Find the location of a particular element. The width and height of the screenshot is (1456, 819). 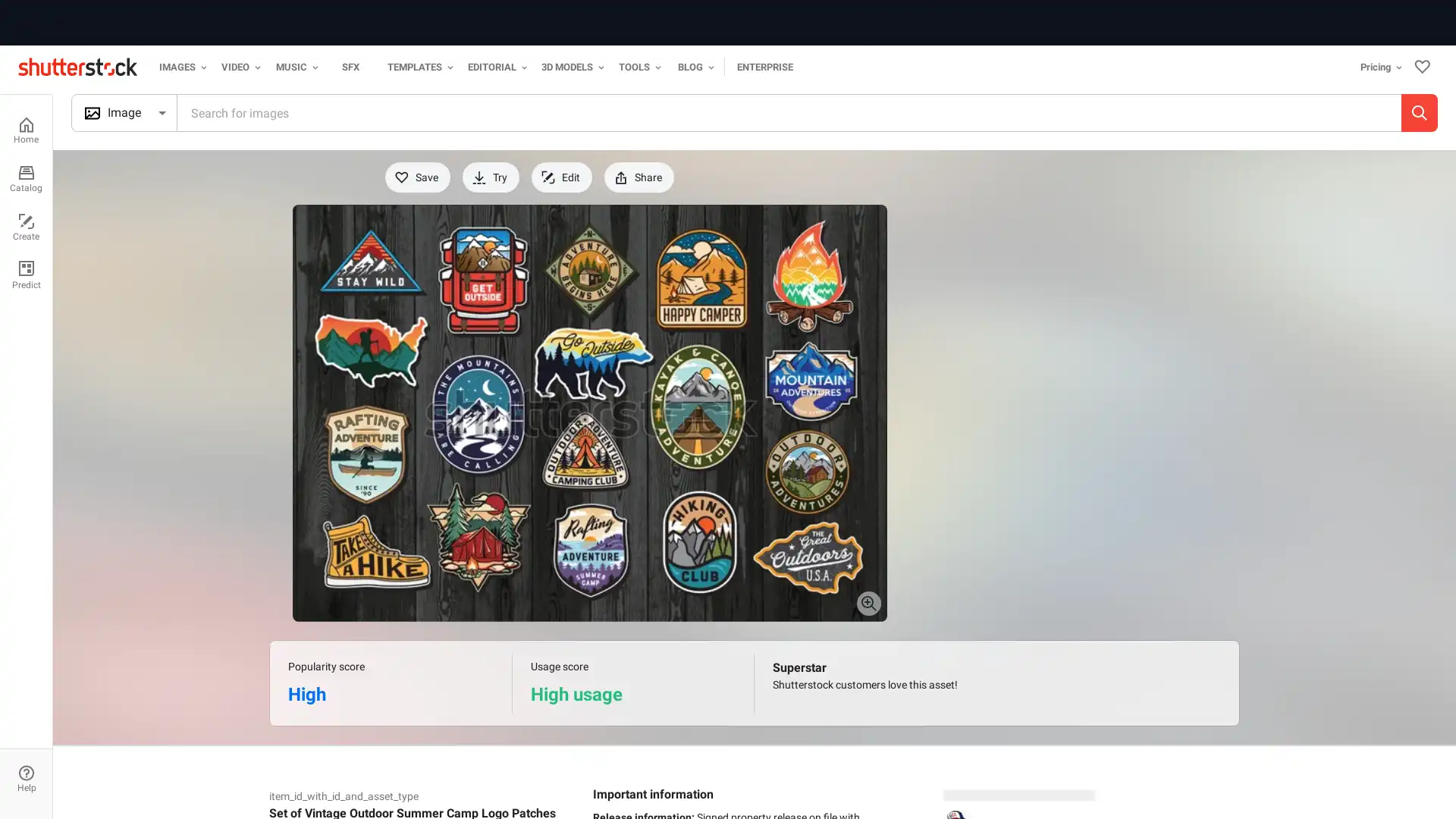

Shutterstock logo is located at coordinates (79, 66).